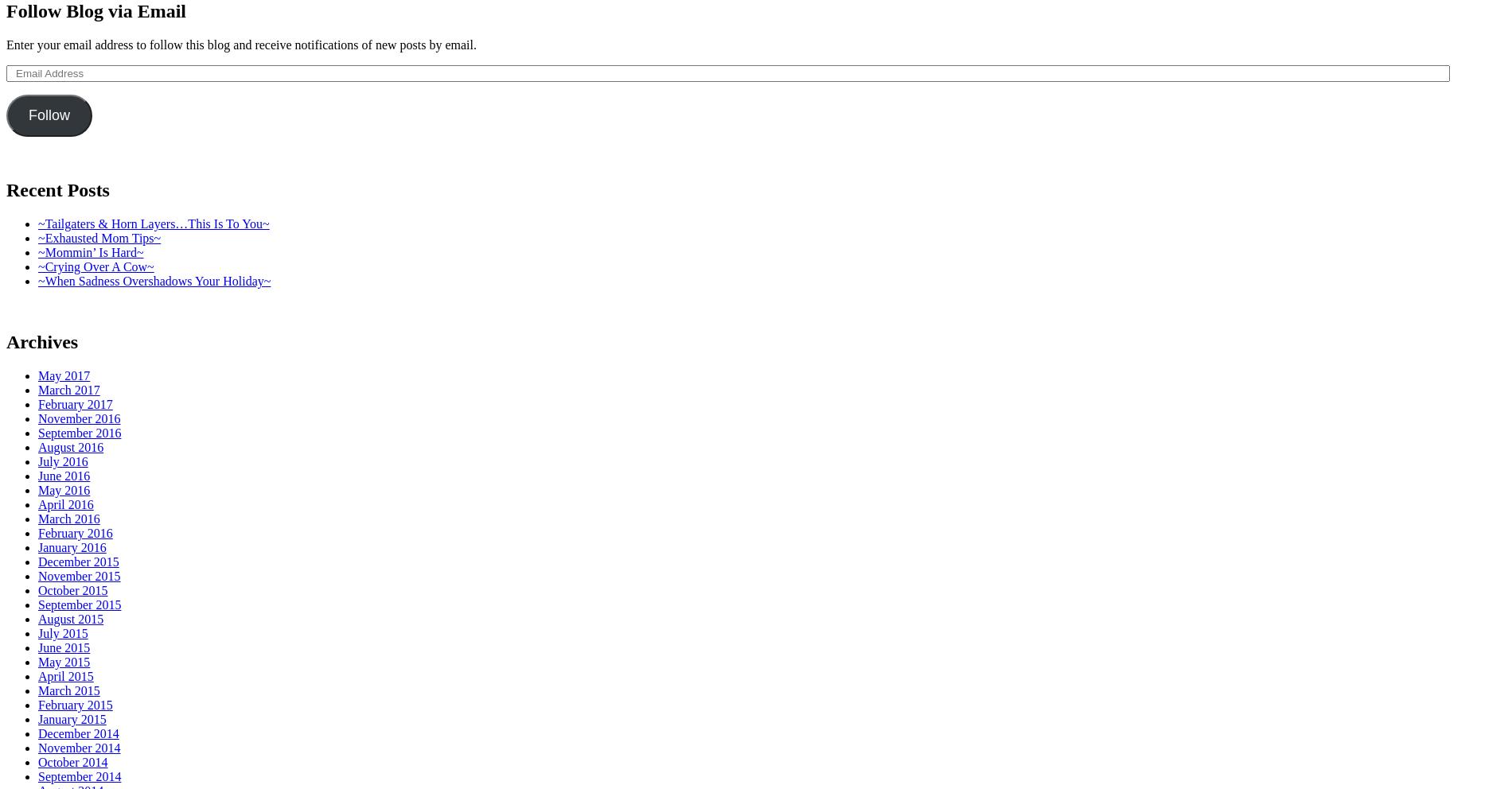 This screenshot has height=789, width=1512. I want to click on 'April 2016', so click(65, 503).